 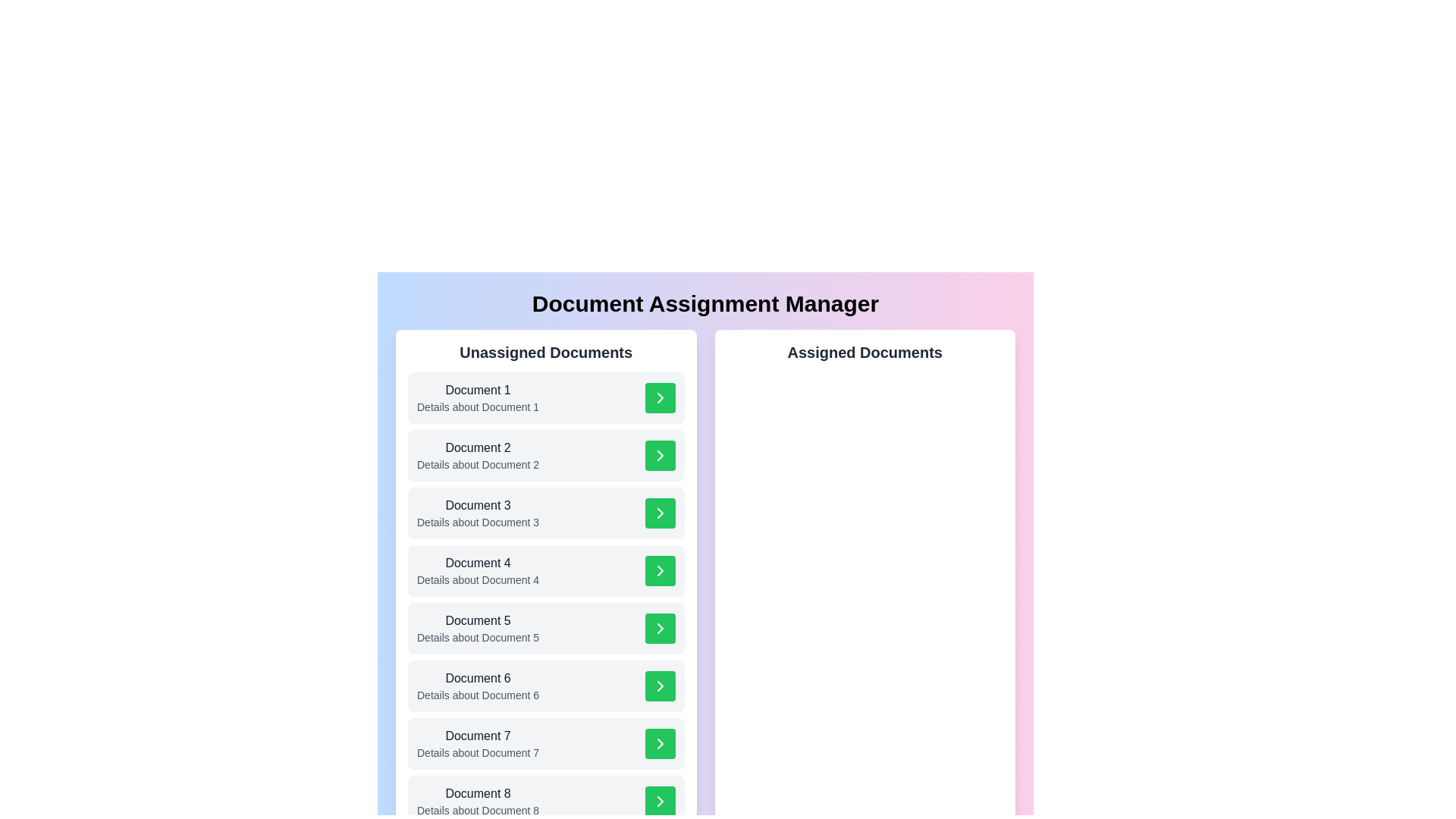 What do you see at coordinates (546, 397) in the screenshot?
I see `the first item in the 'Unassigned Documents' list, which includes basic details and a button for managing the document` at bounding box center [546, 397].